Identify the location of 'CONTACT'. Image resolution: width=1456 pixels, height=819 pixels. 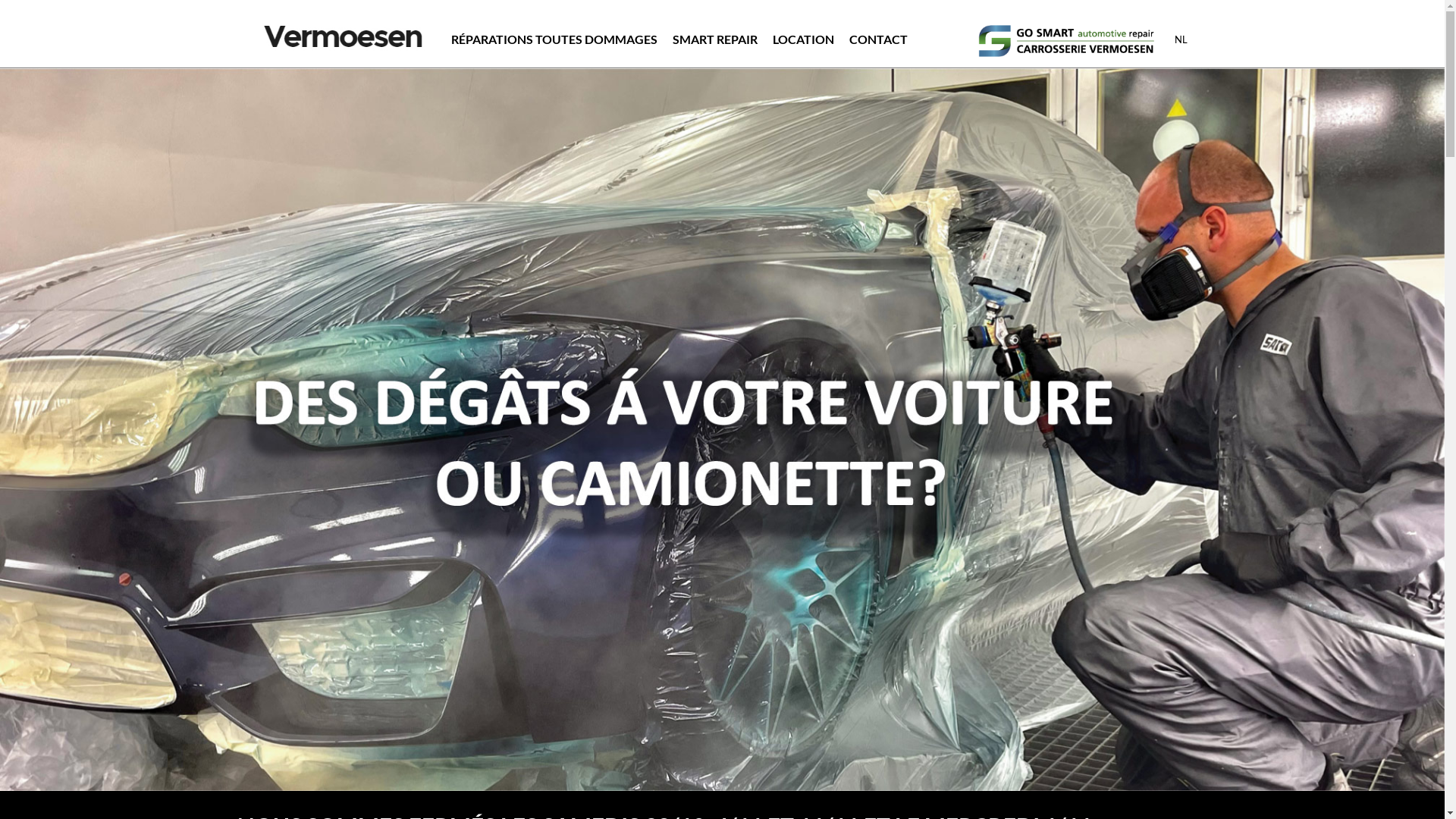
(848, 38).